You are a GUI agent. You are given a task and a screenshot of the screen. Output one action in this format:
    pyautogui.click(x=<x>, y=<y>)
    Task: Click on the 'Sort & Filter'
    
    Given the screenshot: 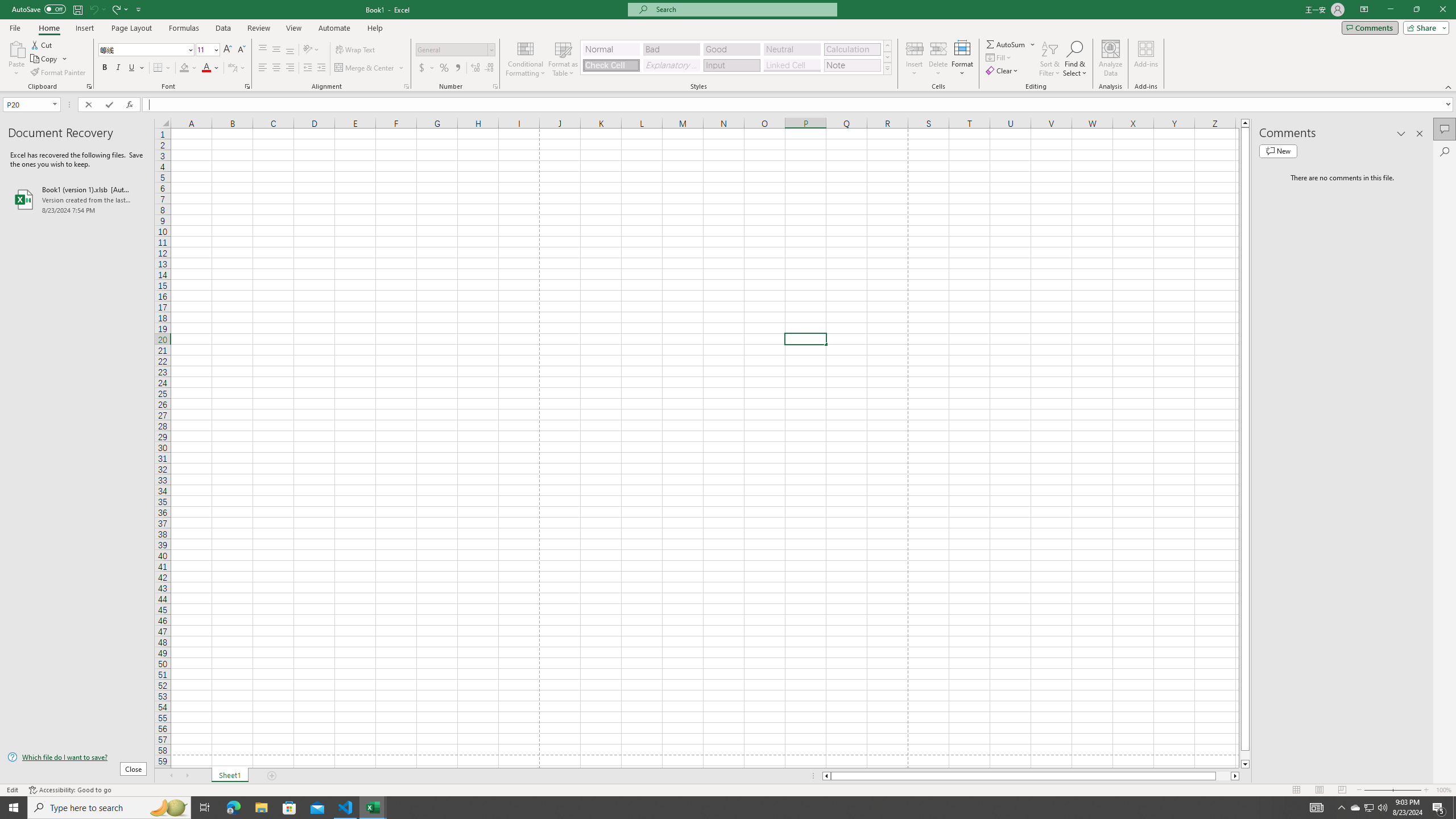 What is the action you would take?
    pyautogui.click(x=1049, y=59)
    